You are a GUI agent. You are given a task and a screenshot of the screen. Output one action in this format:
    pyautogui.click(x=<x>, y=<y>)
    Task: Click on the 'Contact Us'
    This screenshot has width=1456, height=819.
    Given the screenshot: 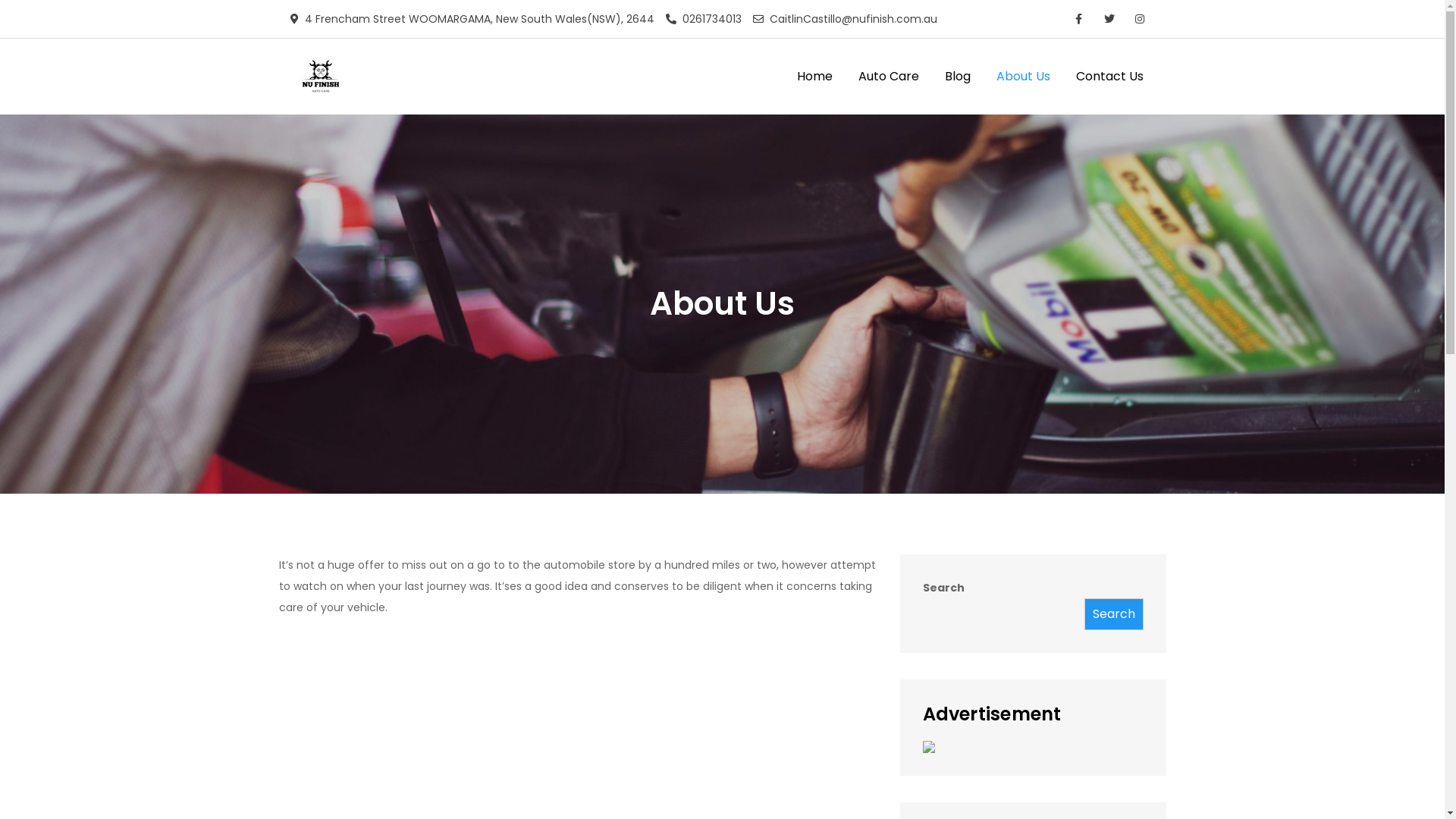 What is the action you would take?
    pyautogui.click(x=1109, y=76)
    